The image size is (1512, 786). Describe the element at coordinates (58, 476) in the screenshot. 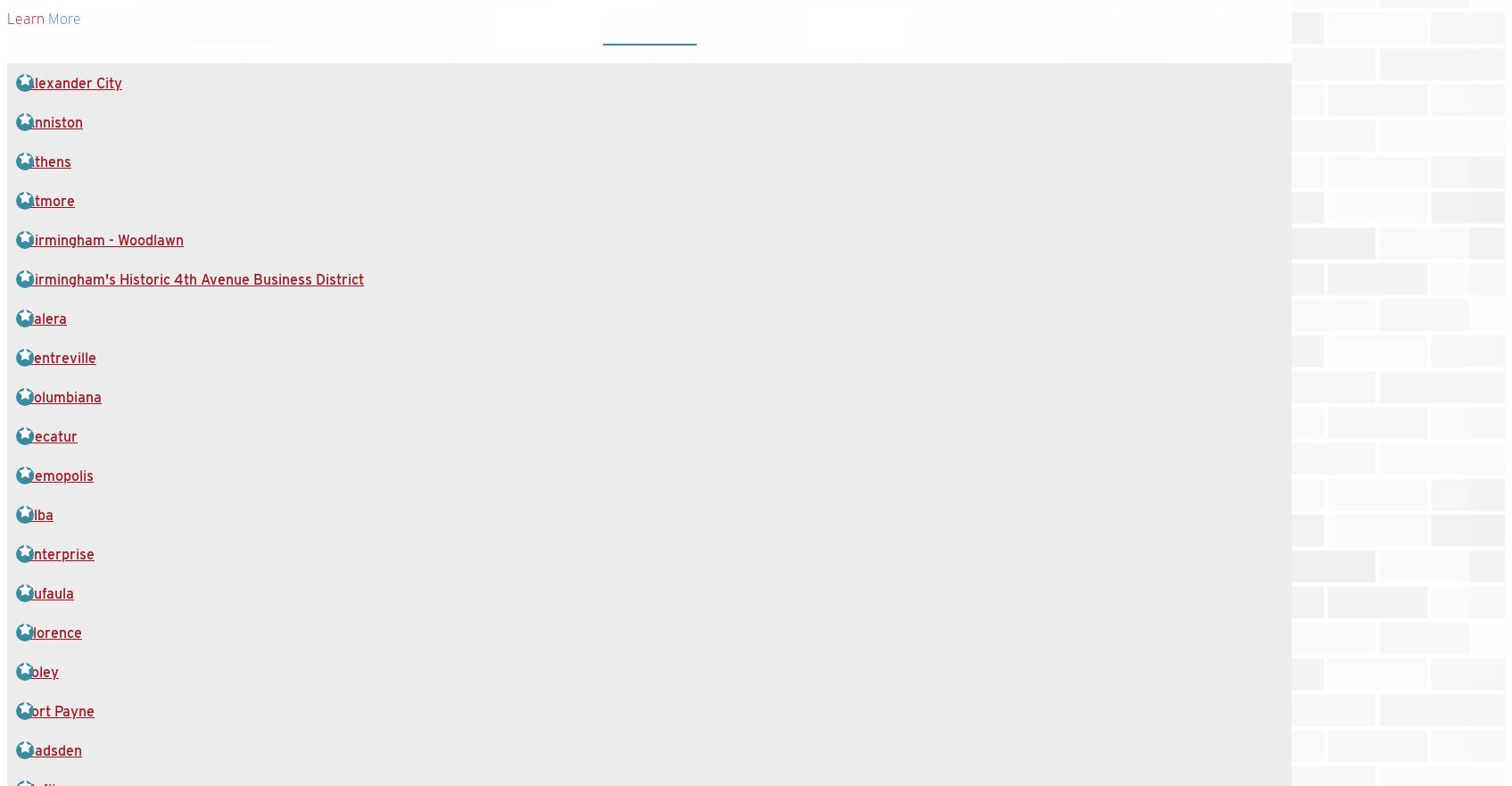

I see `'Demopolis'` at that location.